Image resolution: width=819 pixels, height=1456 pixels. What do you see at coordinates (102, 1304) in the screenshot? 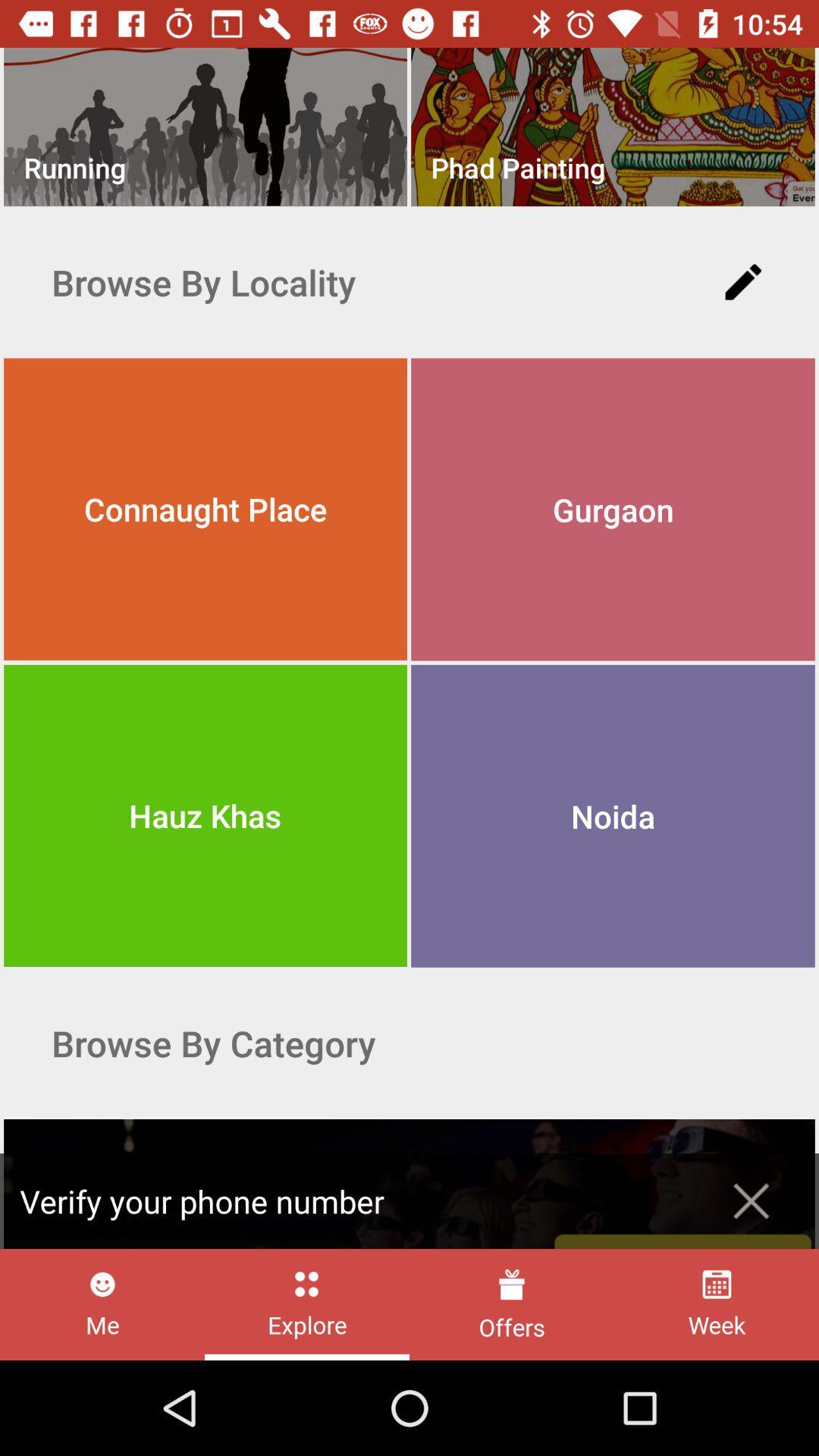
I see `the me item` at bounding box center [102, 1304].